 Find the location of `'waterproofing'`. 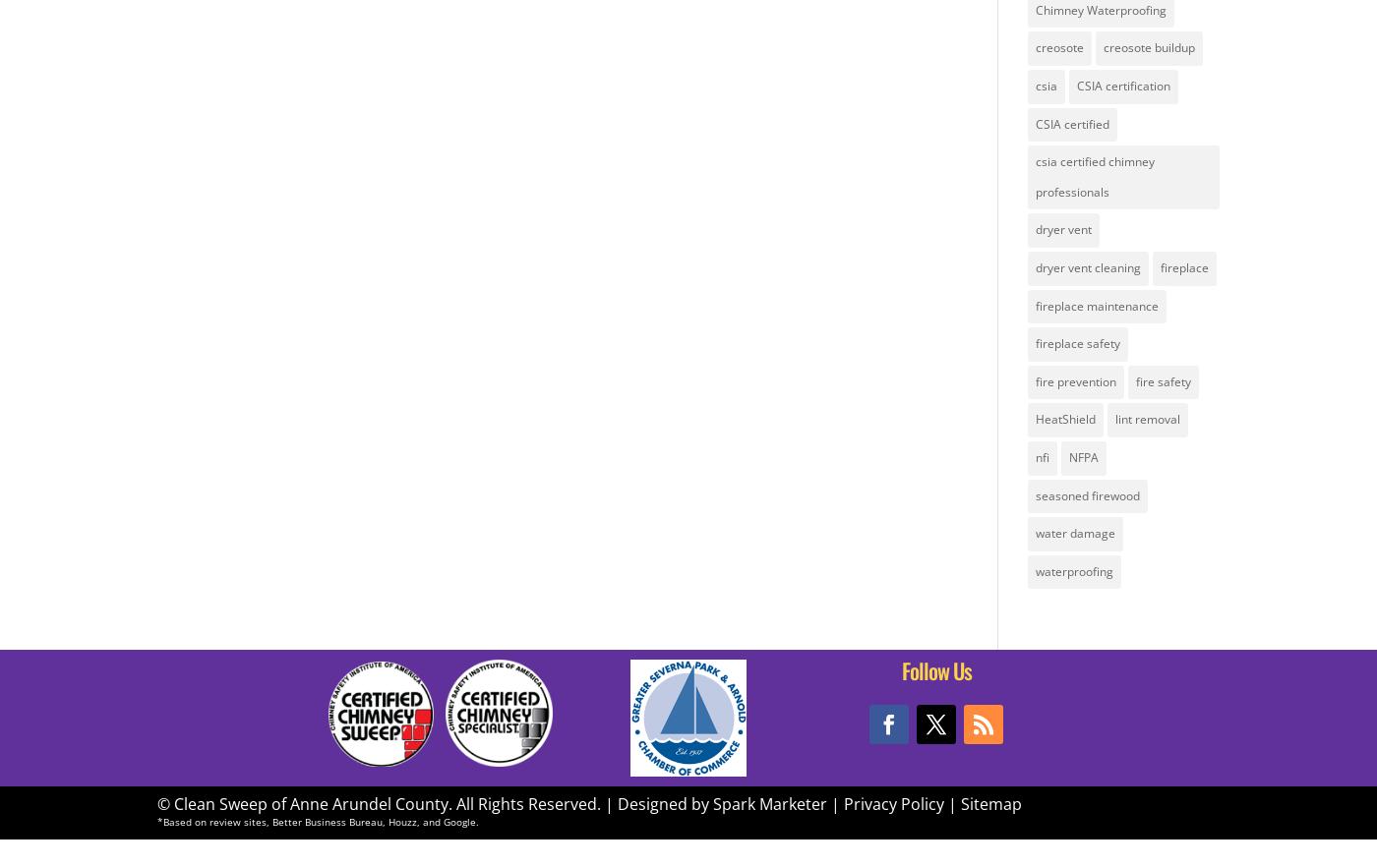

'waterproofing' is located at coordinates (1073, 569).